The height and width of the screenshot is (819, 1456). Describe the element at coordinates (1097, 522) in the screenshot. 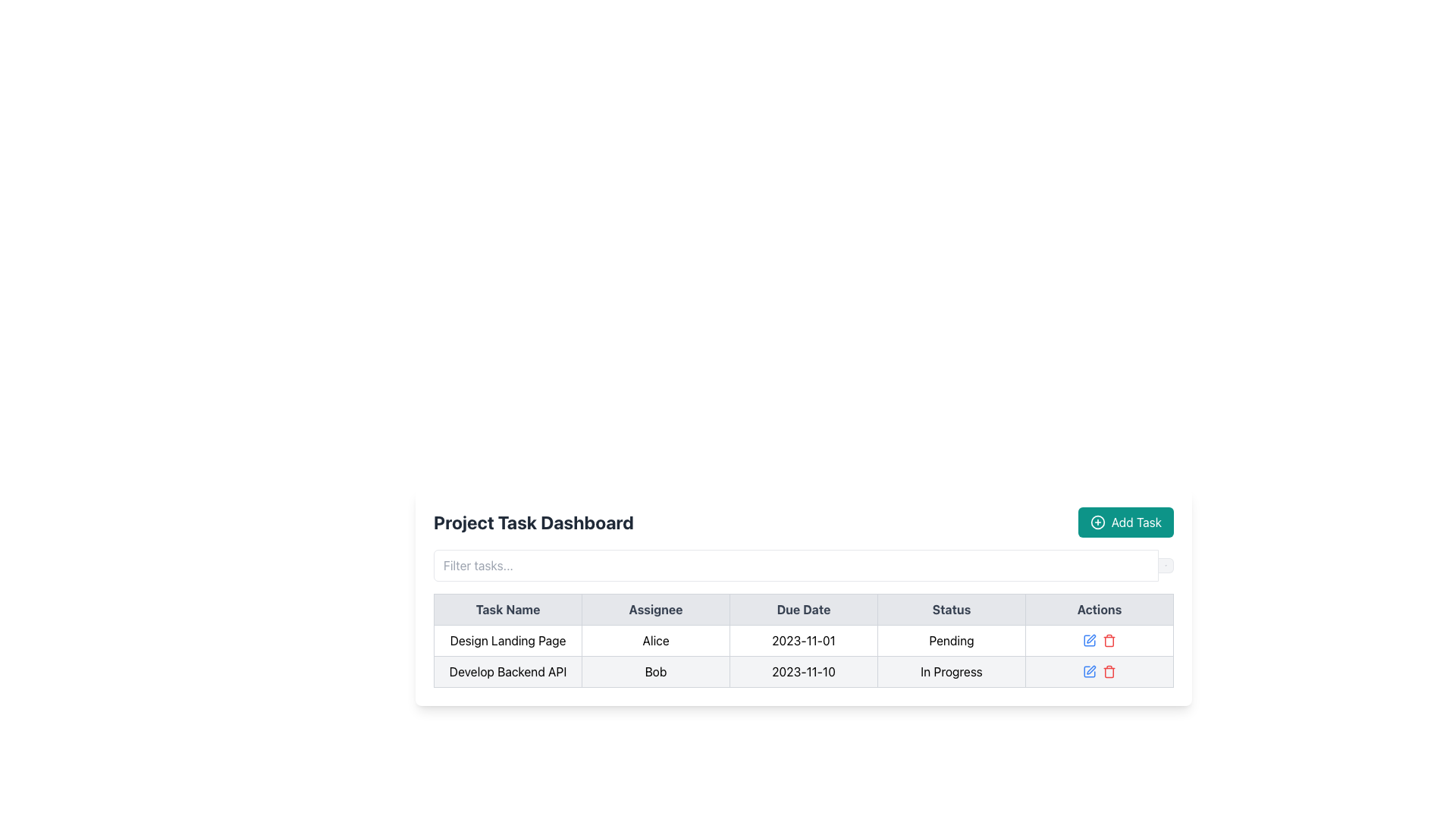

I see `the circular '+' icon with a white stroke on a teal background, located on the left of the 'Add Task' button in the top-right corner of the task dashboard` at that location.